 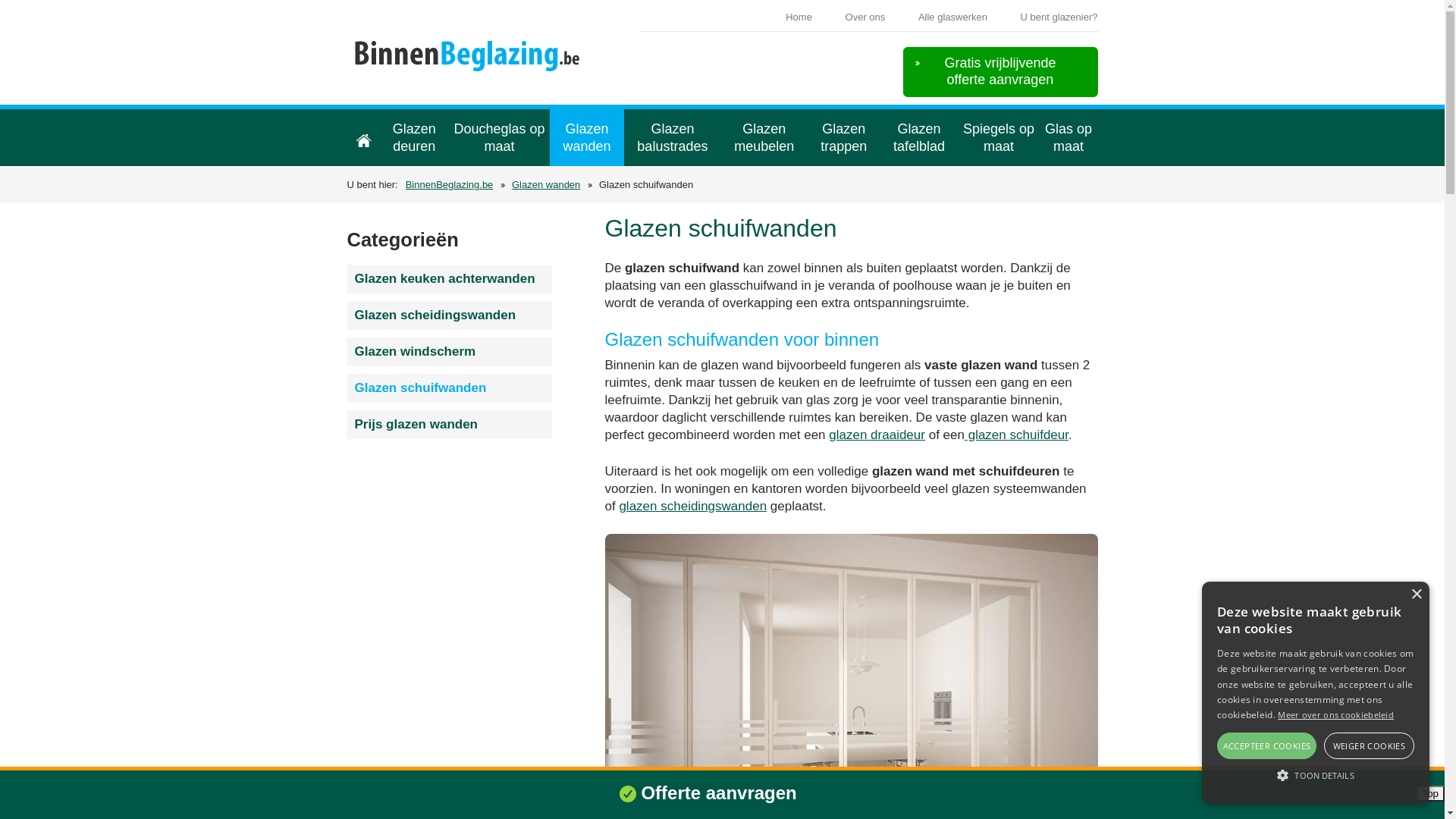 What do you see at coordinates (405, 184) in the screenshot?
I see `'BinnenBeglazing.be'` at bounding box center [405, 184].